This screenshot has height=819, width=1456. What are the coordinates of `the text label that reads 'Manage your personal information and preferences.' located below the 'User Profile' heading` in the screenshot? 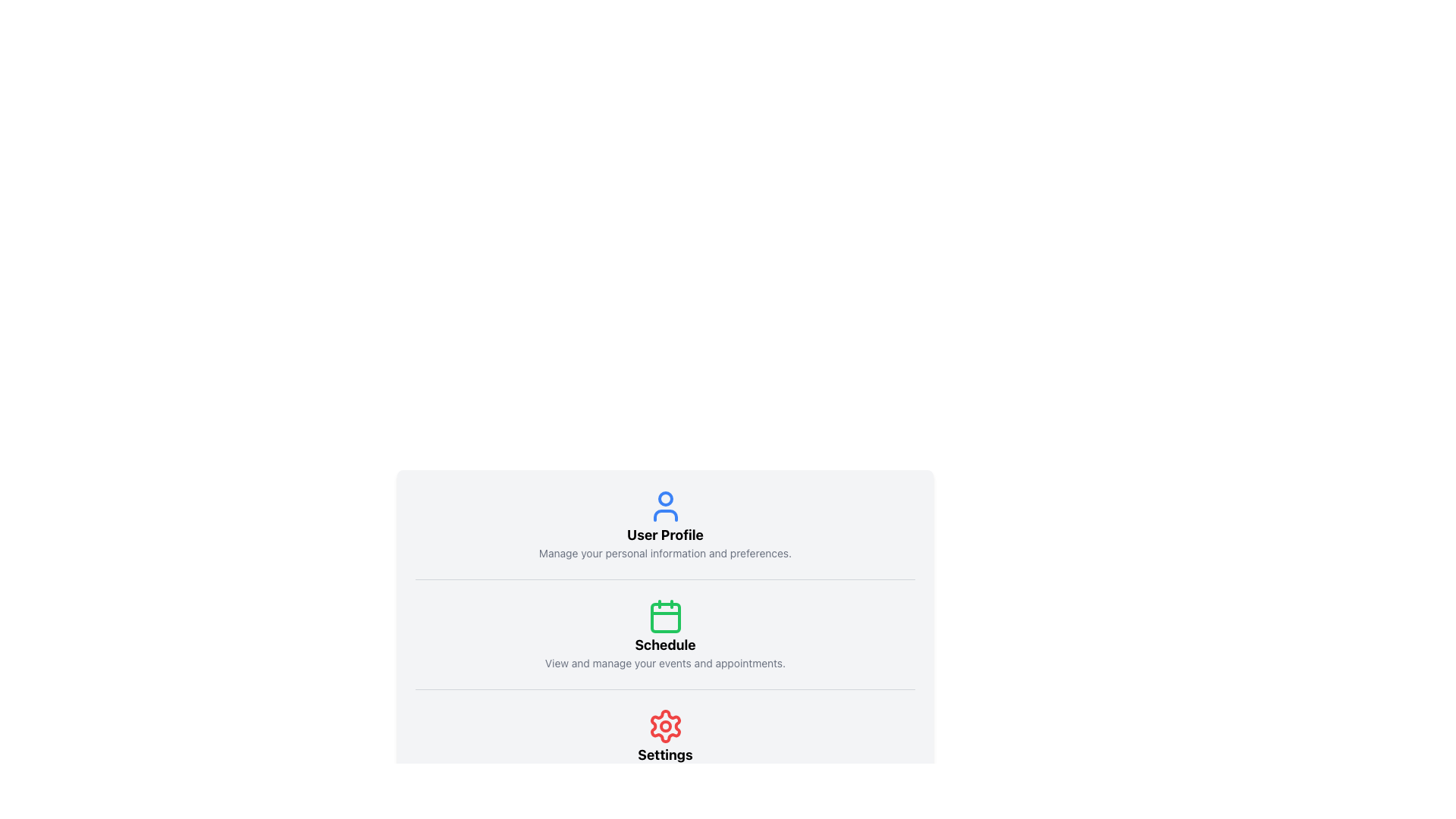 It's located at (665, 553).